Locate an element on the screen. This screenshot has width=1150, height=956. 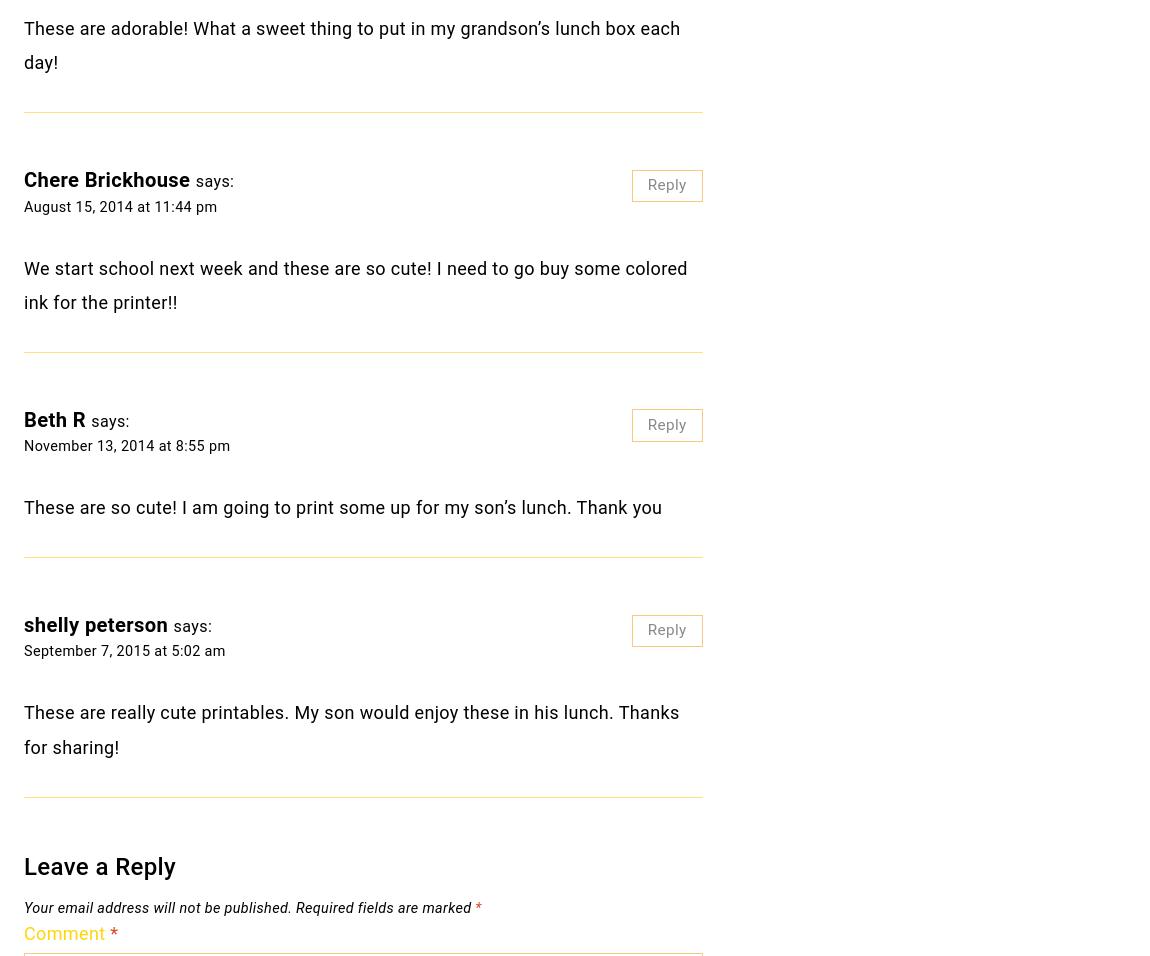
'Required fields are marked' is located at coordinates (296, 907).